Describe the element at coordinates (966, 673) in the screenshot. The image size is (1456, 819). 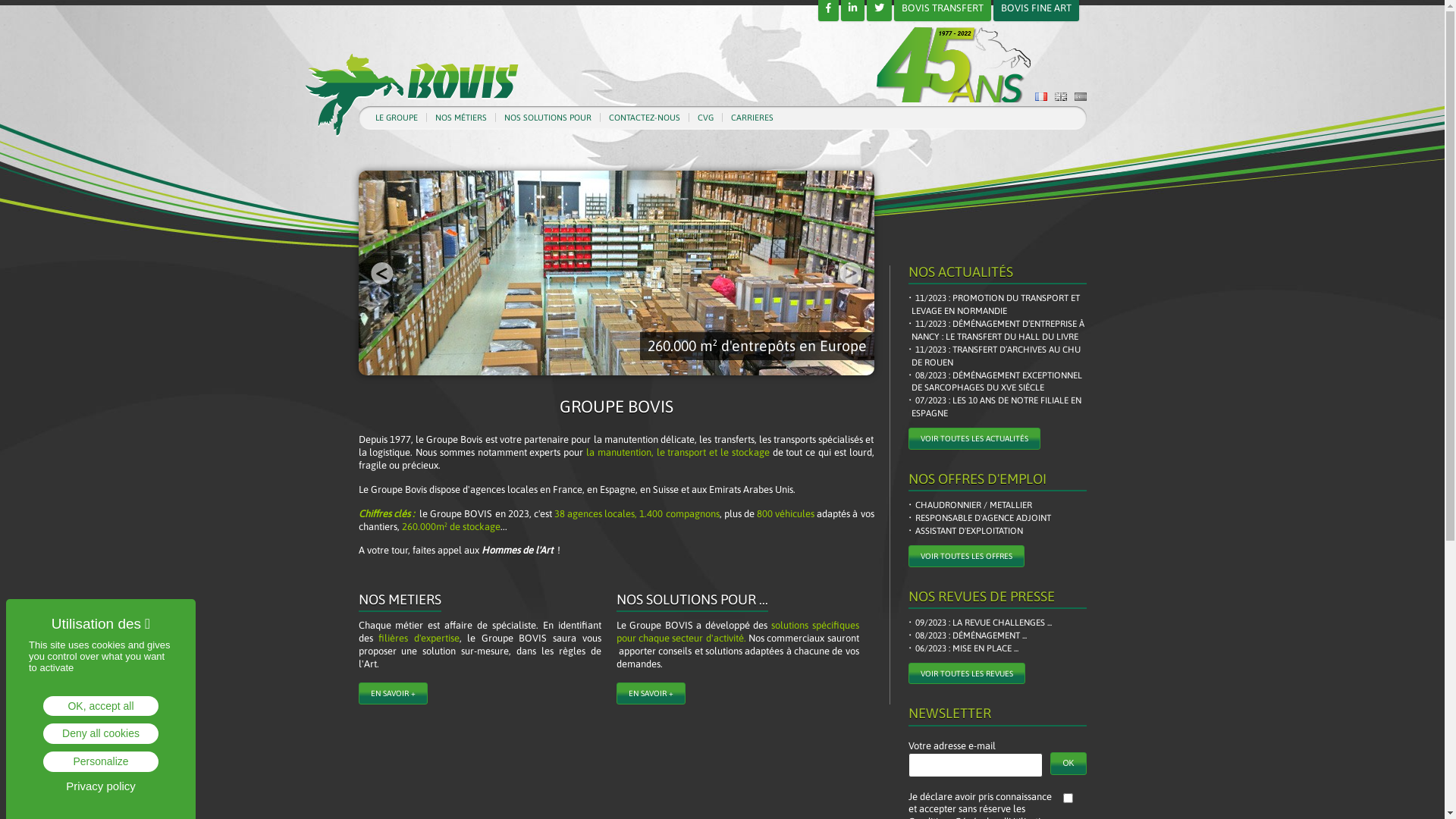
I see `'VOIR TOUTES LES REVUES'` at that location.